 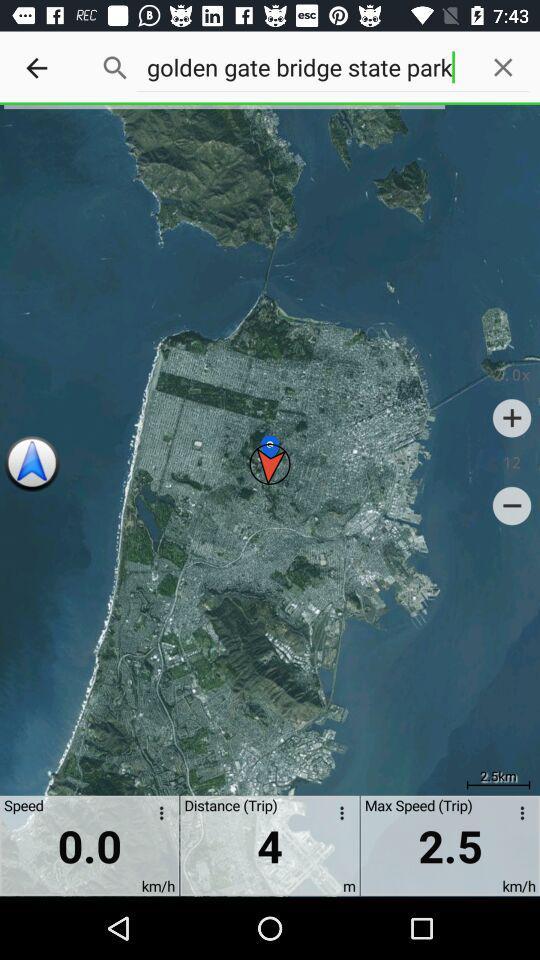 What do you see at coordinates (338, 816) in the screenshot?
I see `the options icon above the number 4` at bounding box center [338, 816].